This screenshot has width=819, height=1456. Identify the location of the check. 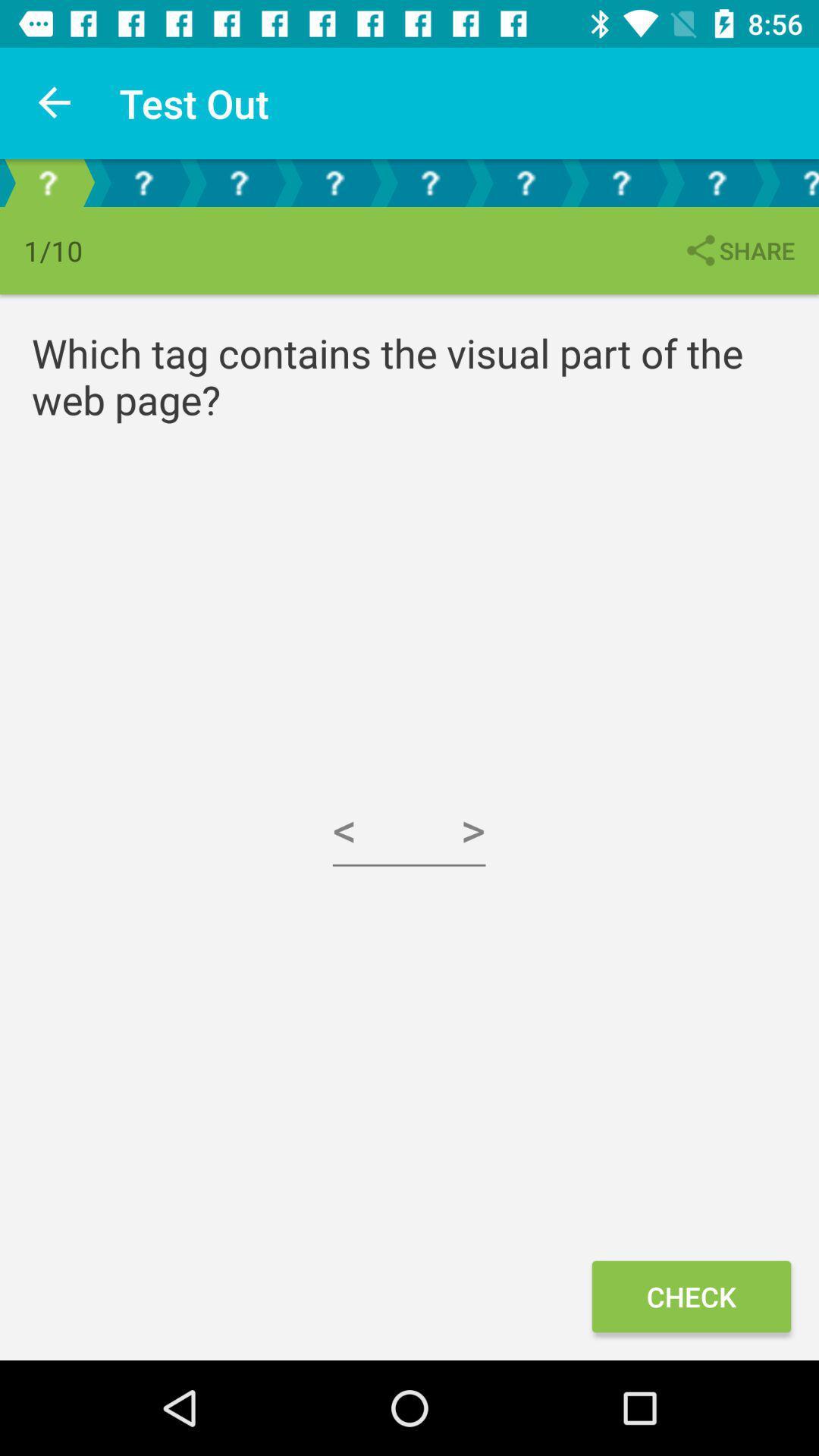
(691, 1295).